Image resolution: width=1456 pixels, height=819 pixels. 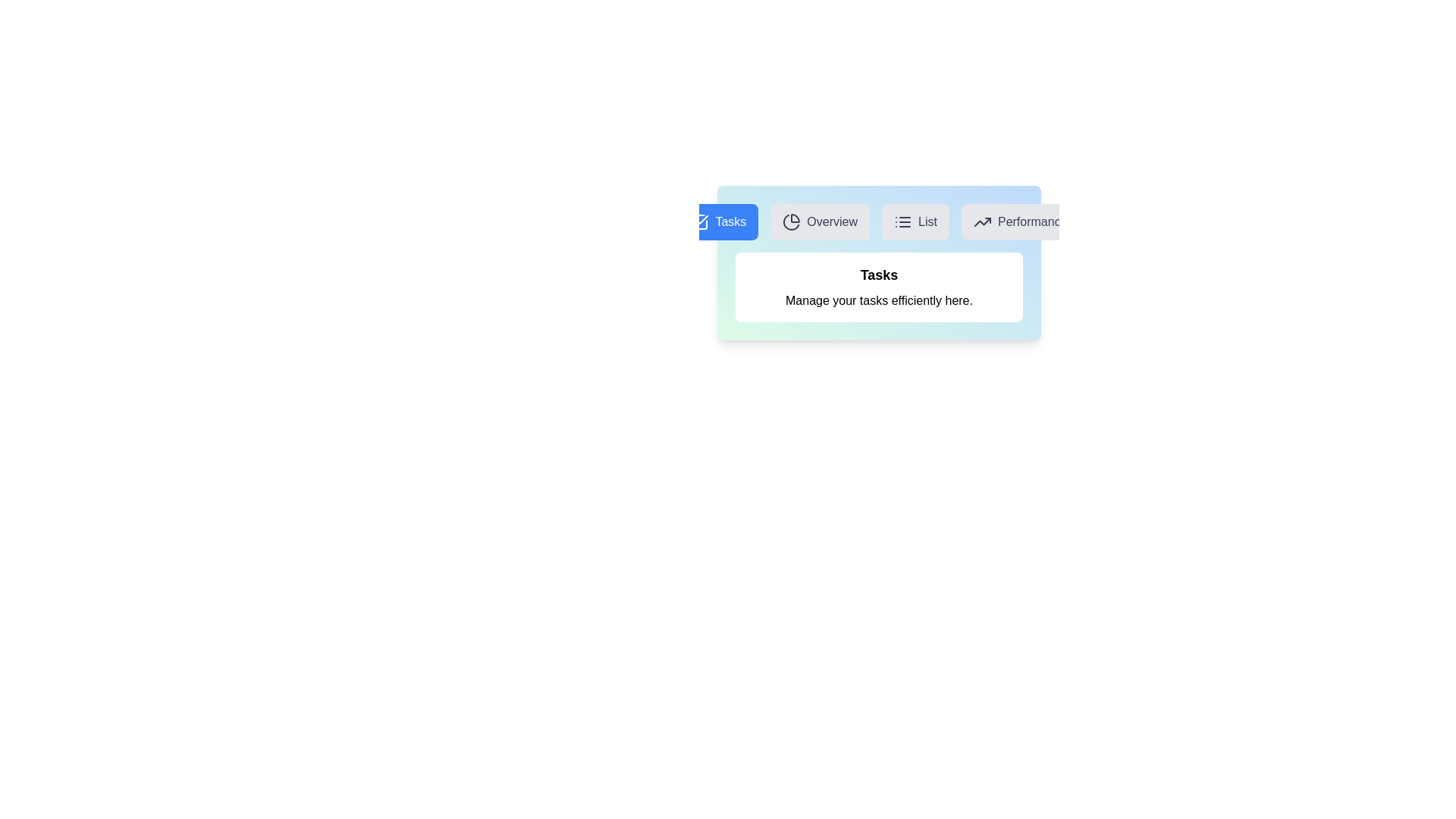 What do you see at coordinates (1020, 222) in the screenshot?
I see `the Performance tab by clicking on its button` at bounding box center [1020, 222].